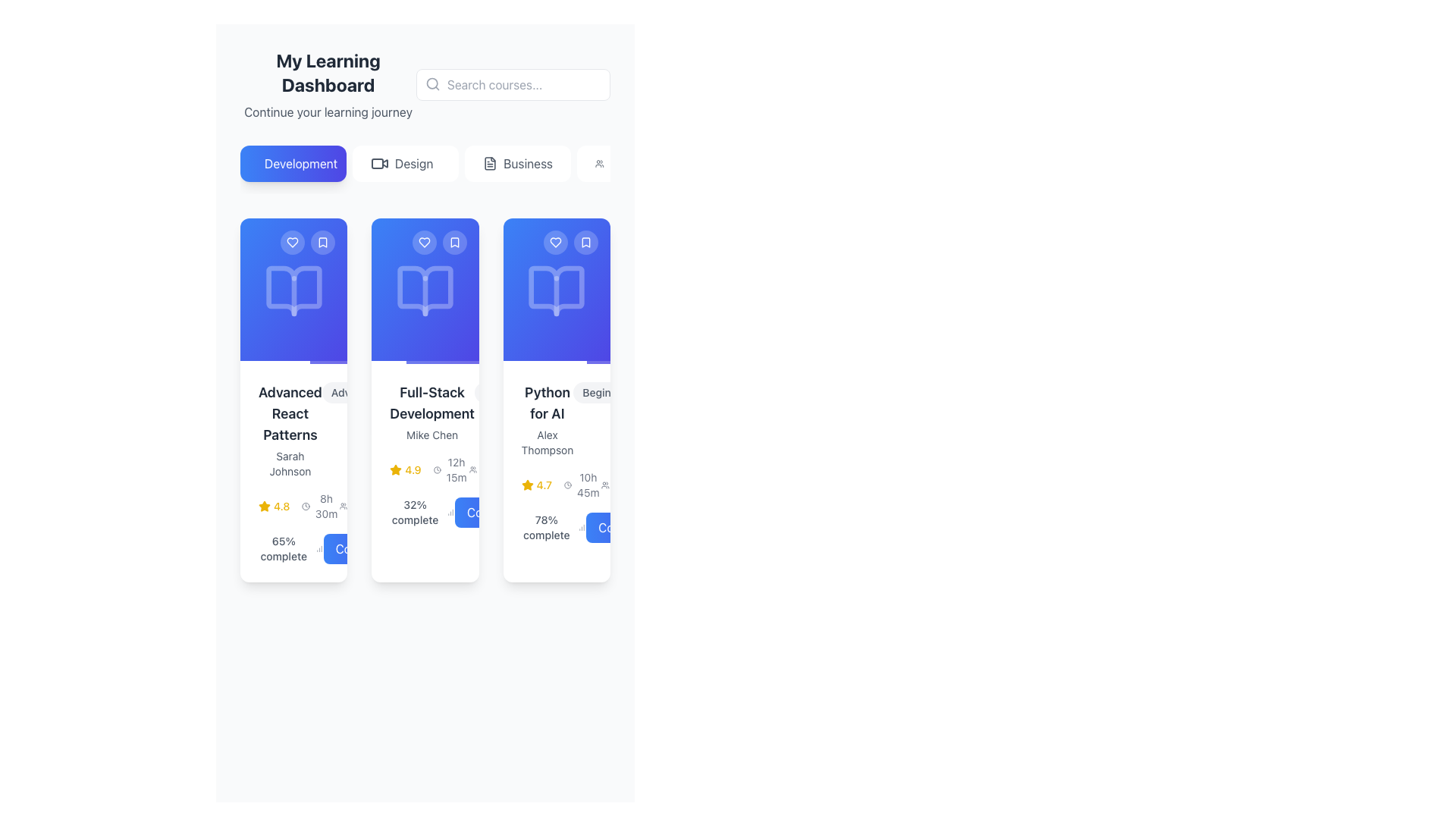 This screenshot has height=819, width=1456. What do you see at coordinates (526, 512) in the screenshot?
I see `the visual representation of the Chevron Right Icon, which indicates proceeding or moving forward, located within the 'Continue' button` at bounding box center [526, 512].